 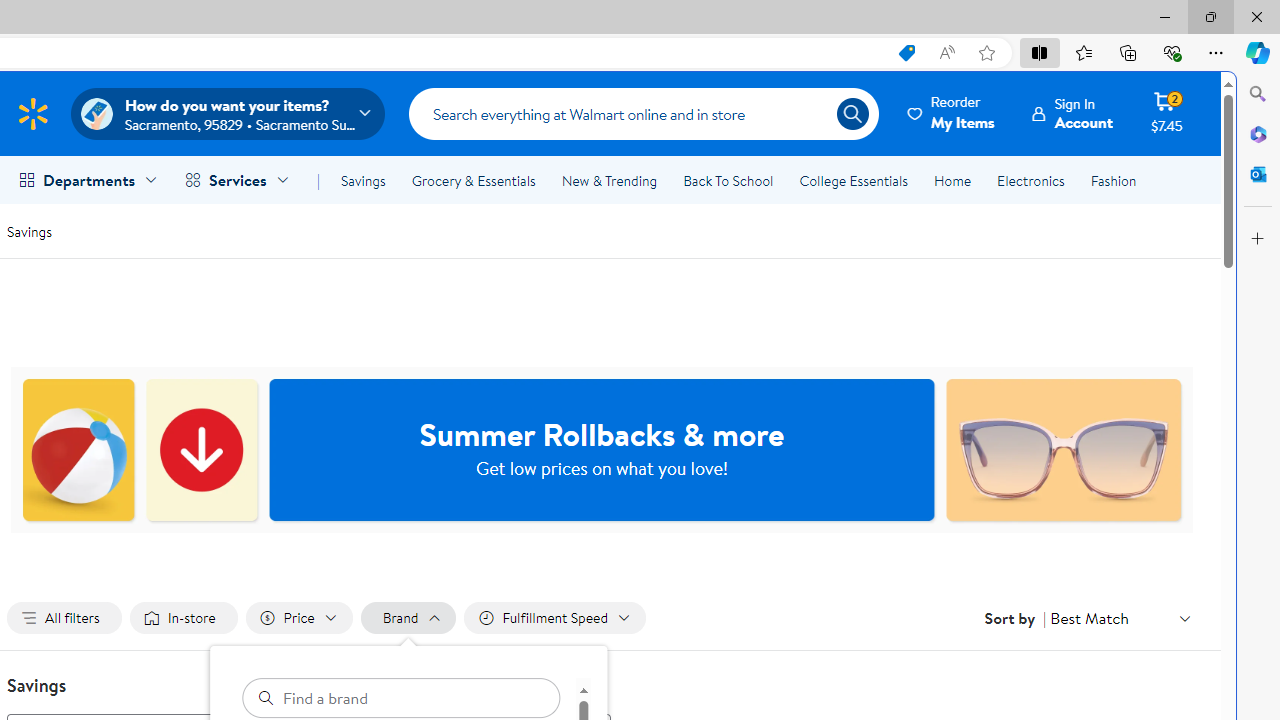 I want to click on 'Home', so click(x=951, y=181).